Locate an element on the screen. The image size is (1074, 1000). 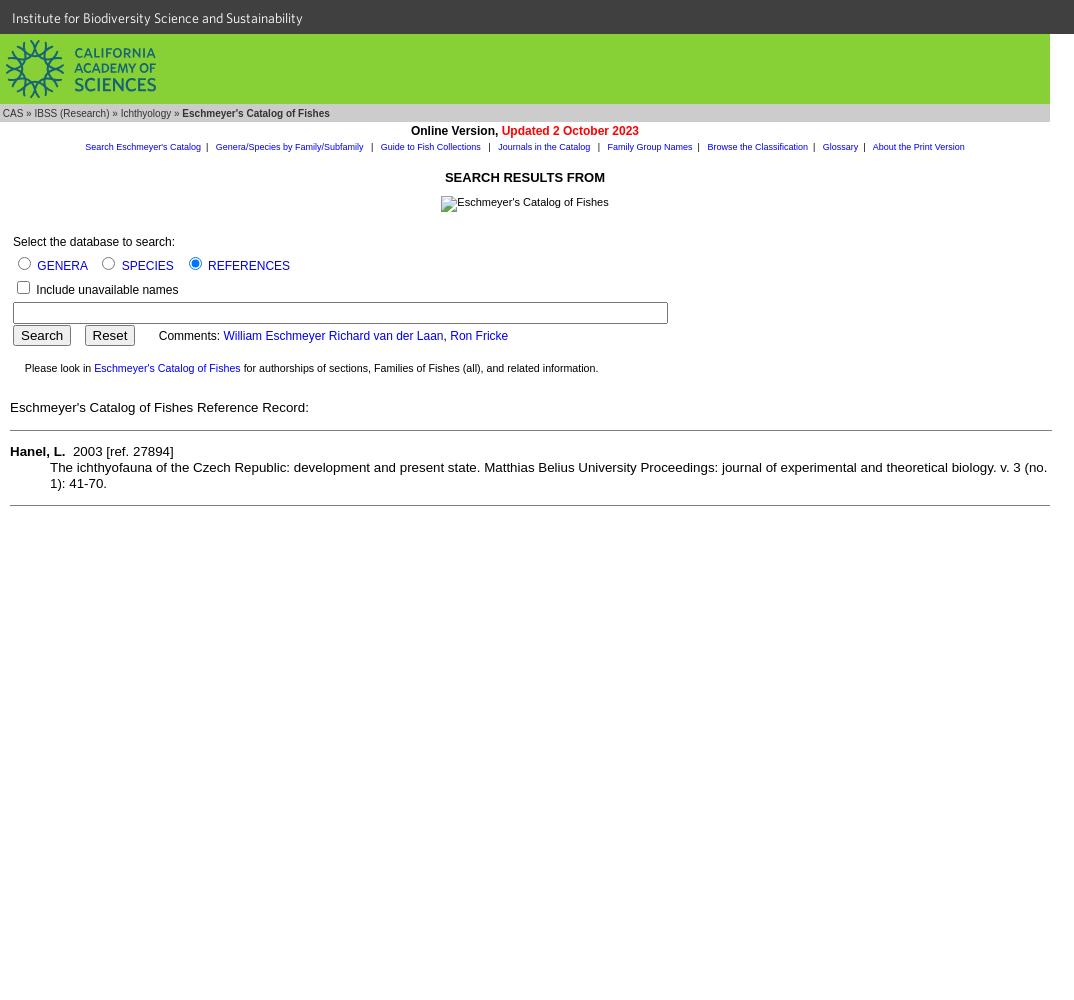
'Family Group Names' is located at coordinates (607, 147).